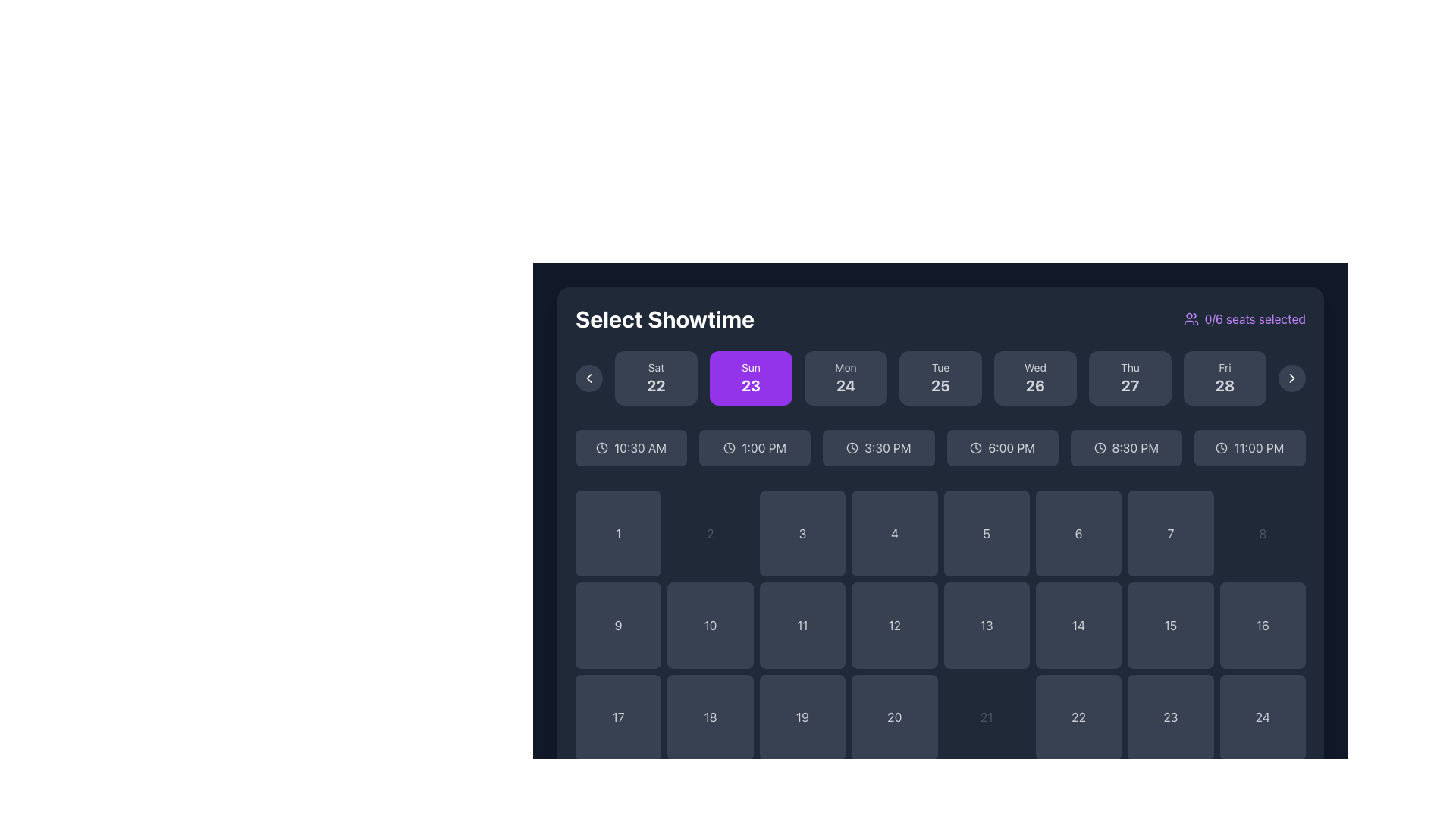  What do you see at coordinates (878, 447) in the screenshot?
I see `the selectable time slot button for the 3:30 PM showtime` at bounding box center [878, 447].